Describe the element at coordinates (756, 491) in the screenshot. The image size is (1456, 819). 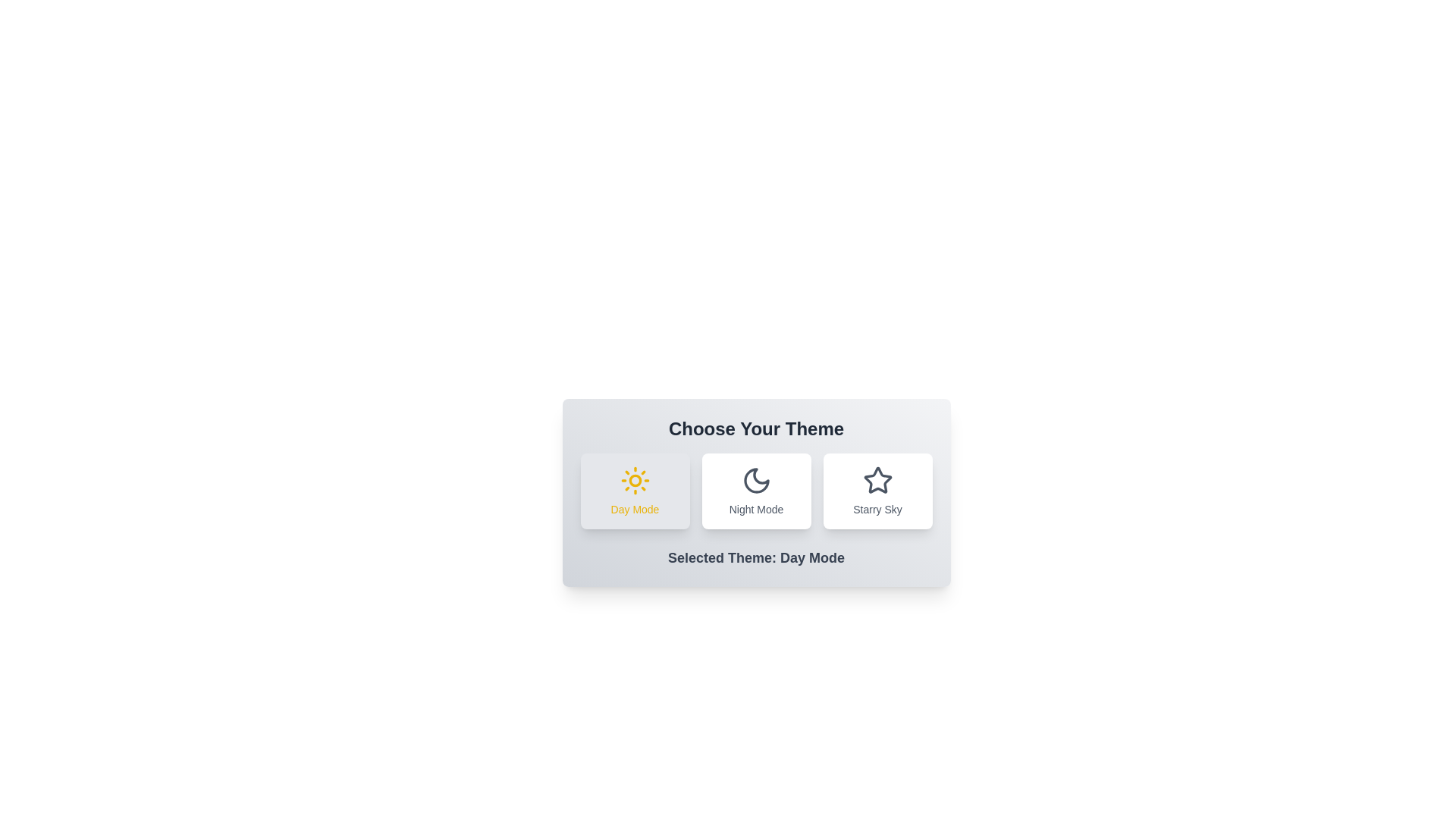
I see `the theme Night Mode by clicking on its corresponding button` at that location.